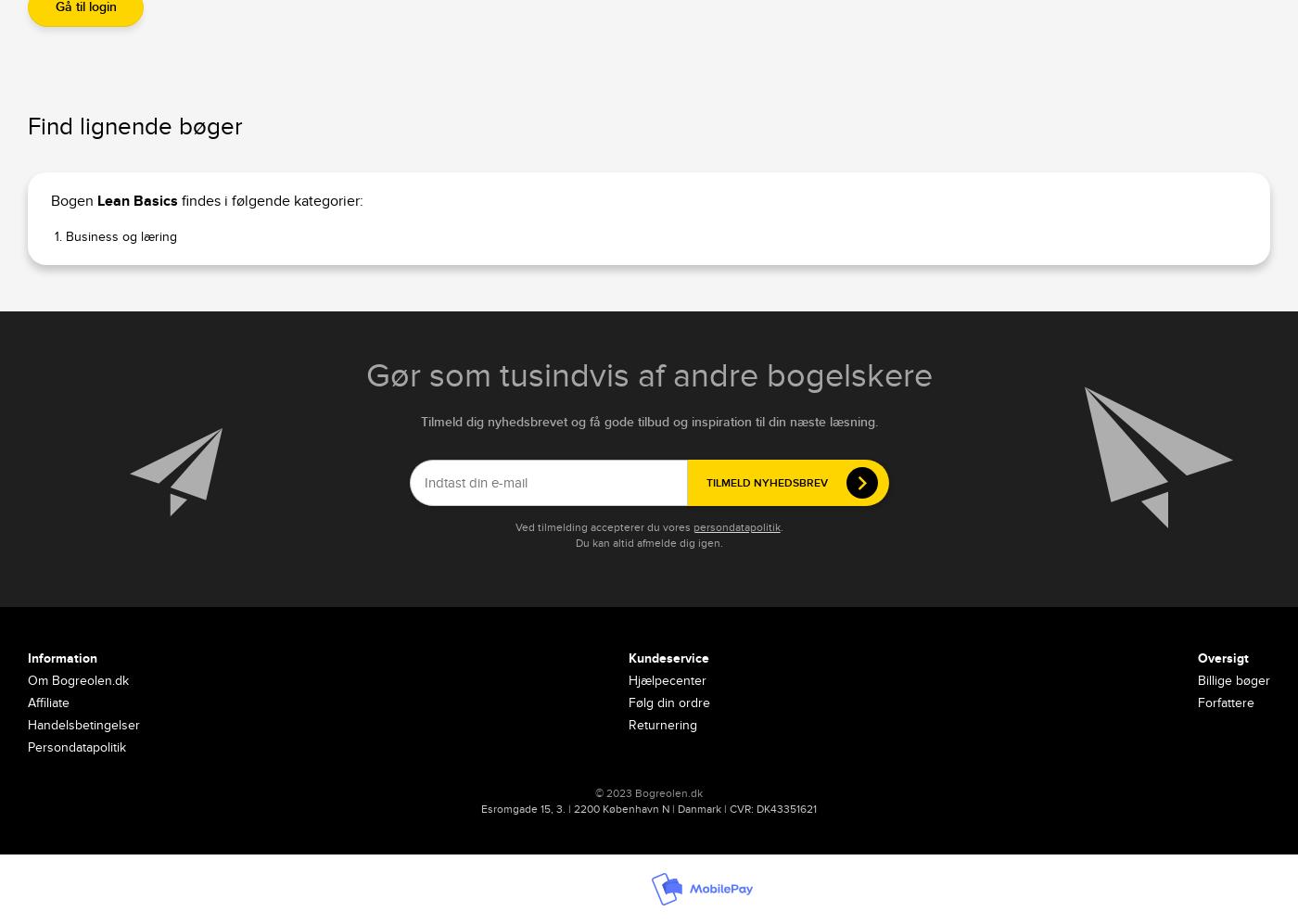  I want to click on 'Oversigt', so click(1223, 656).